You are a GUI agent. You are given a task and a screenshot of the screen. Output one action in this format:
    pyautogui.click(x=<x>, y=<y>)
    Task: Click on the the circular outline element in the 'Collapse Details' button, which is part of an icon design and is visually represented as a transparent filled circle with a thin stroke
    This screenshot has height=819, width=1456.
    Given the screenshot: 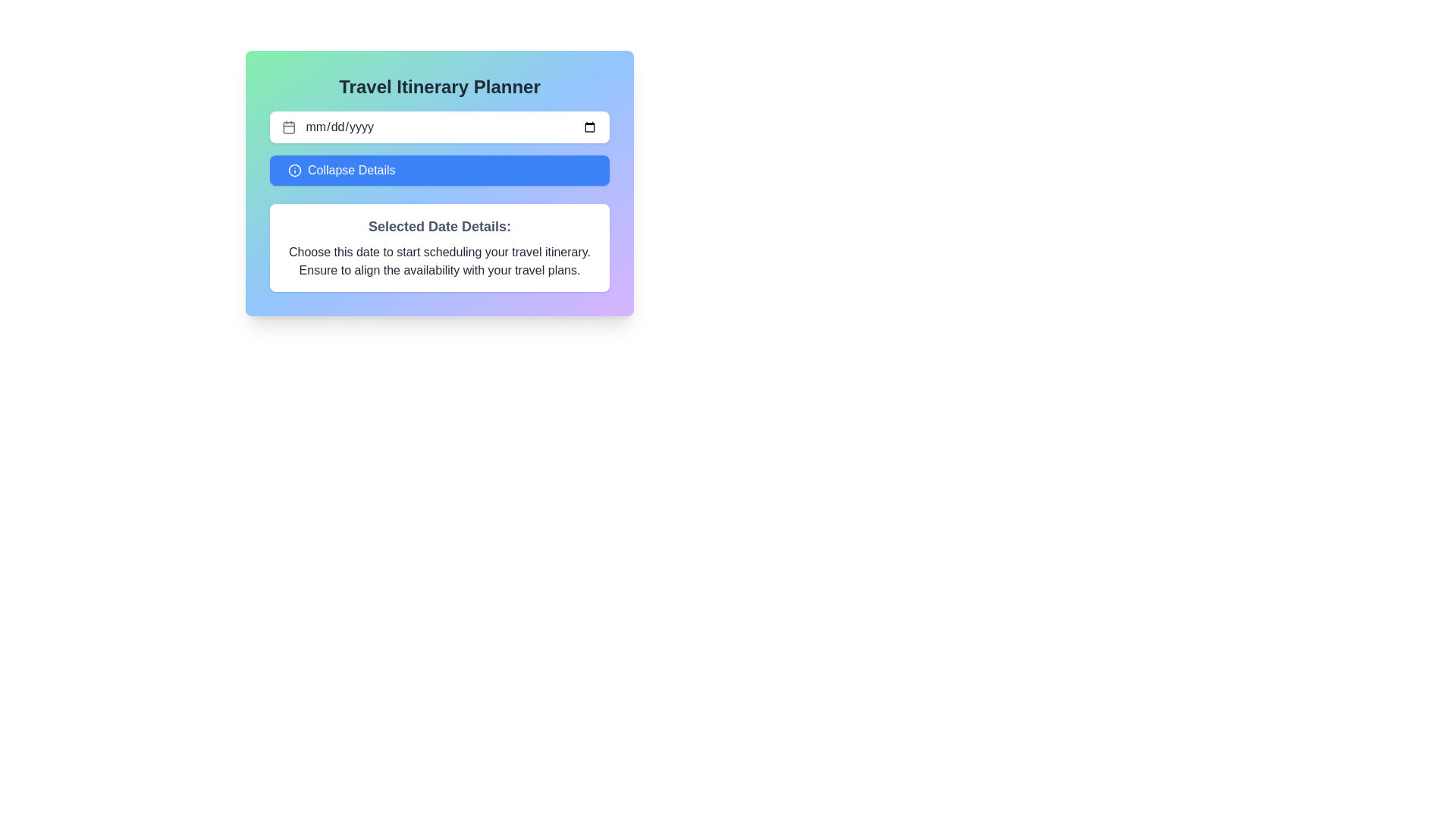 What is the action you would take?
    pyautogui.click(x=294, y=170)
    